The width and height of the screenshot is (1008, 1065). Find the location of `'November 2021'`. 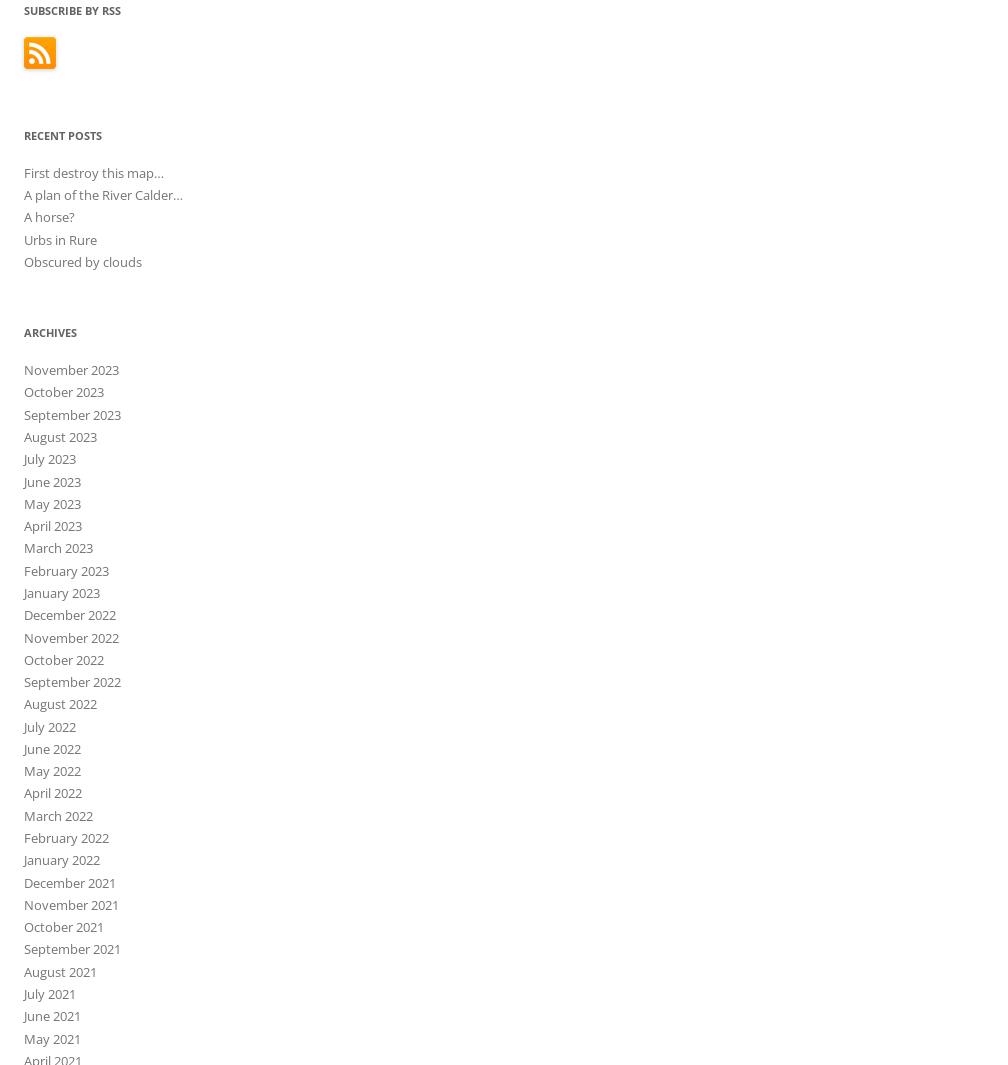

'November 2021' is located at coordinates (23, 903).